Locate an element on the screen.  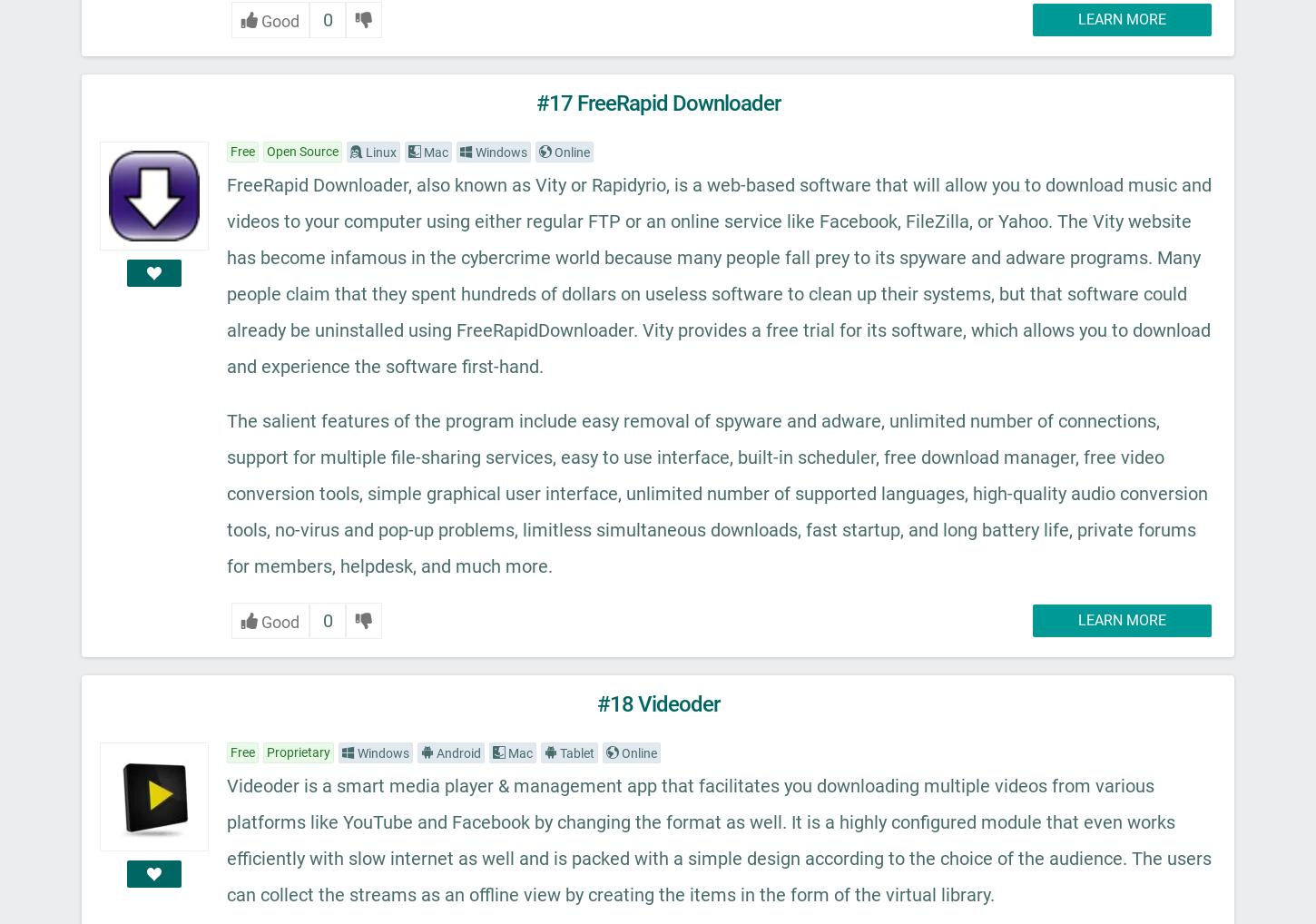
'Proprietary' is located at coordinates (299, 751).